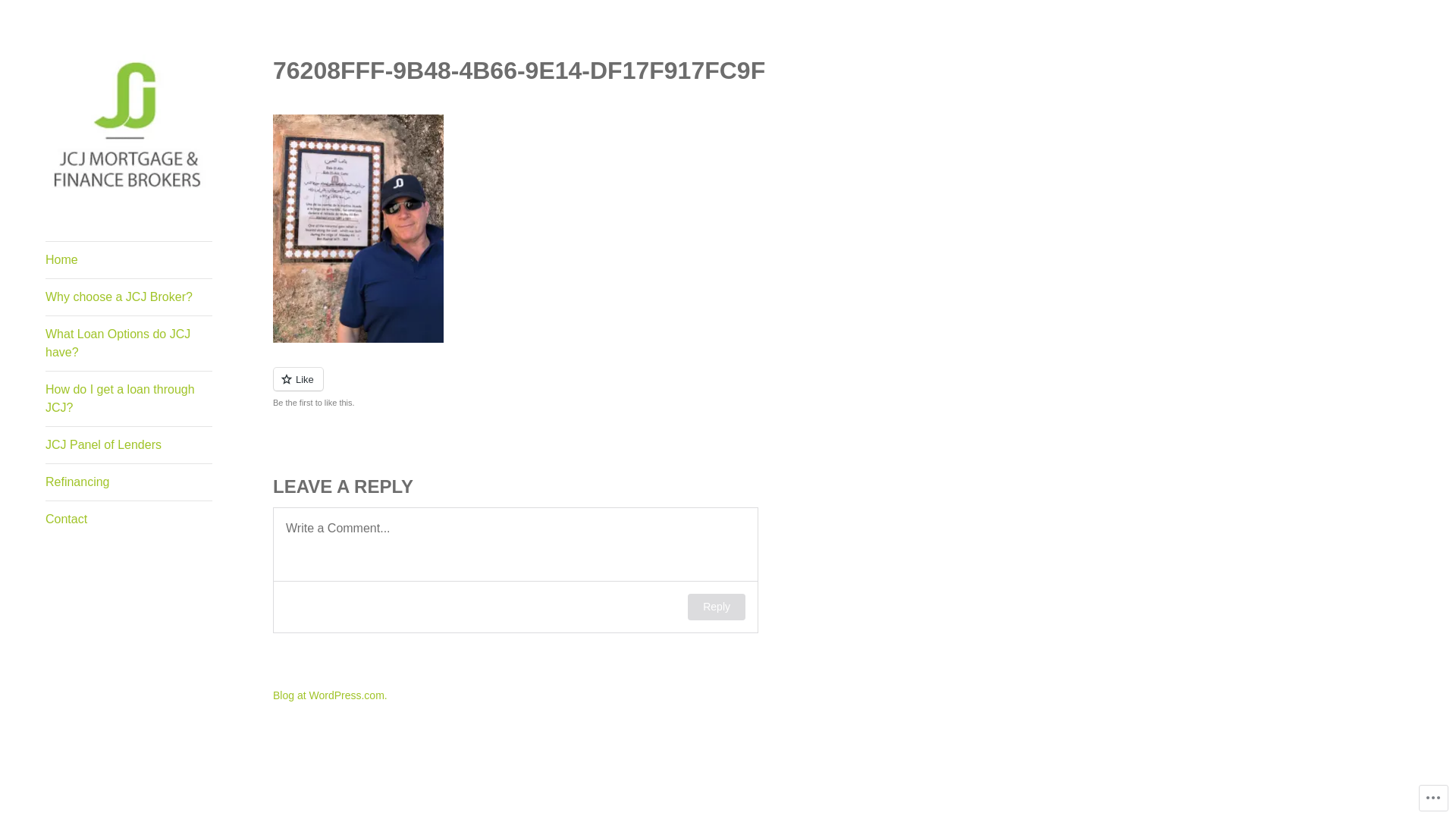 This screenshot has width=1456, height=819. What do you see at coordinates (128, 482) in the screenshot?
I see `'Refinancing'` at bounding box center [128, 482].